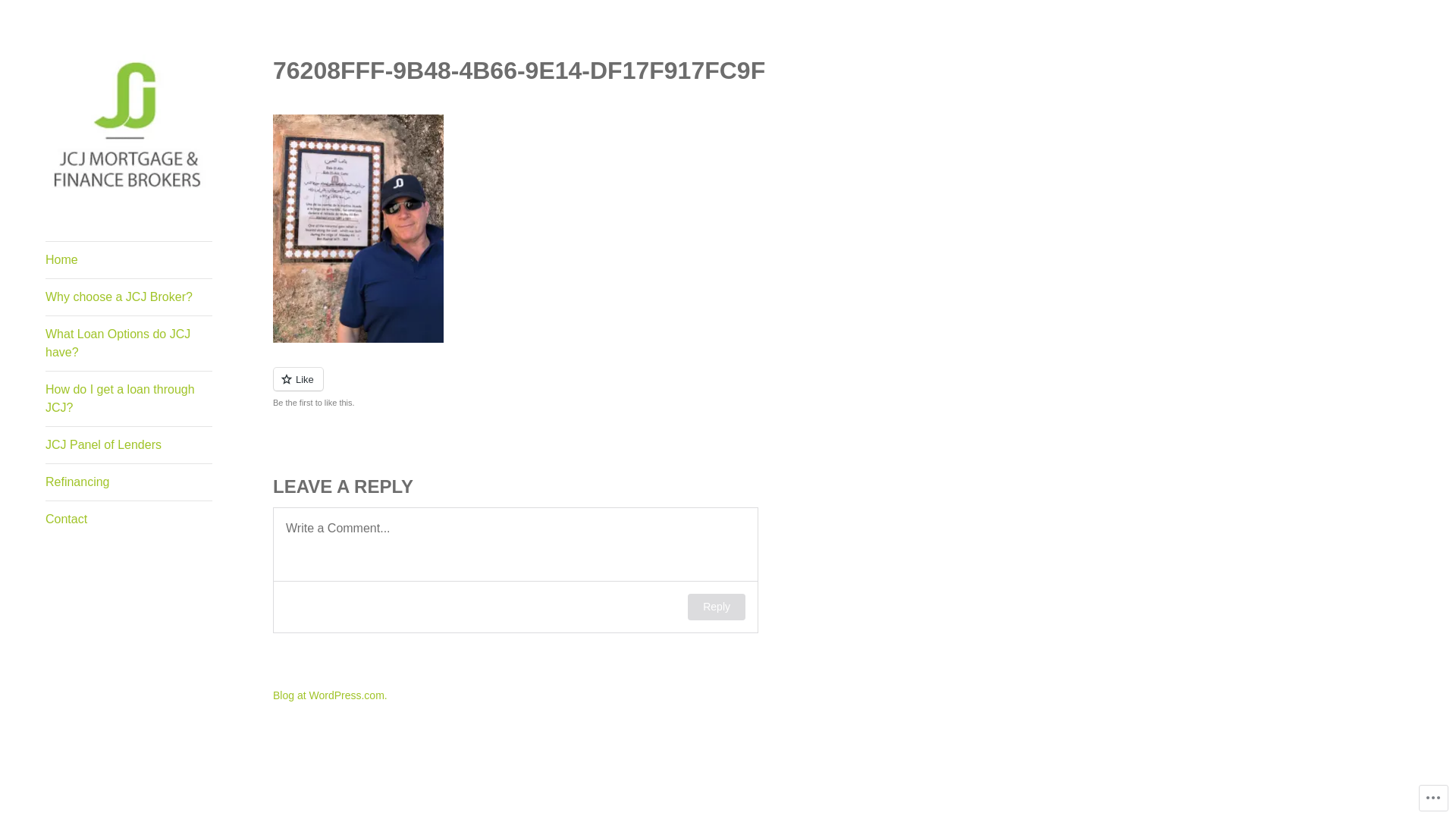 This screenshot has width=1456, height=819. What do you see at coordinates (128, 482) in the screenshot?
I see `'Refinancing'` at bounding box center [128, 482].